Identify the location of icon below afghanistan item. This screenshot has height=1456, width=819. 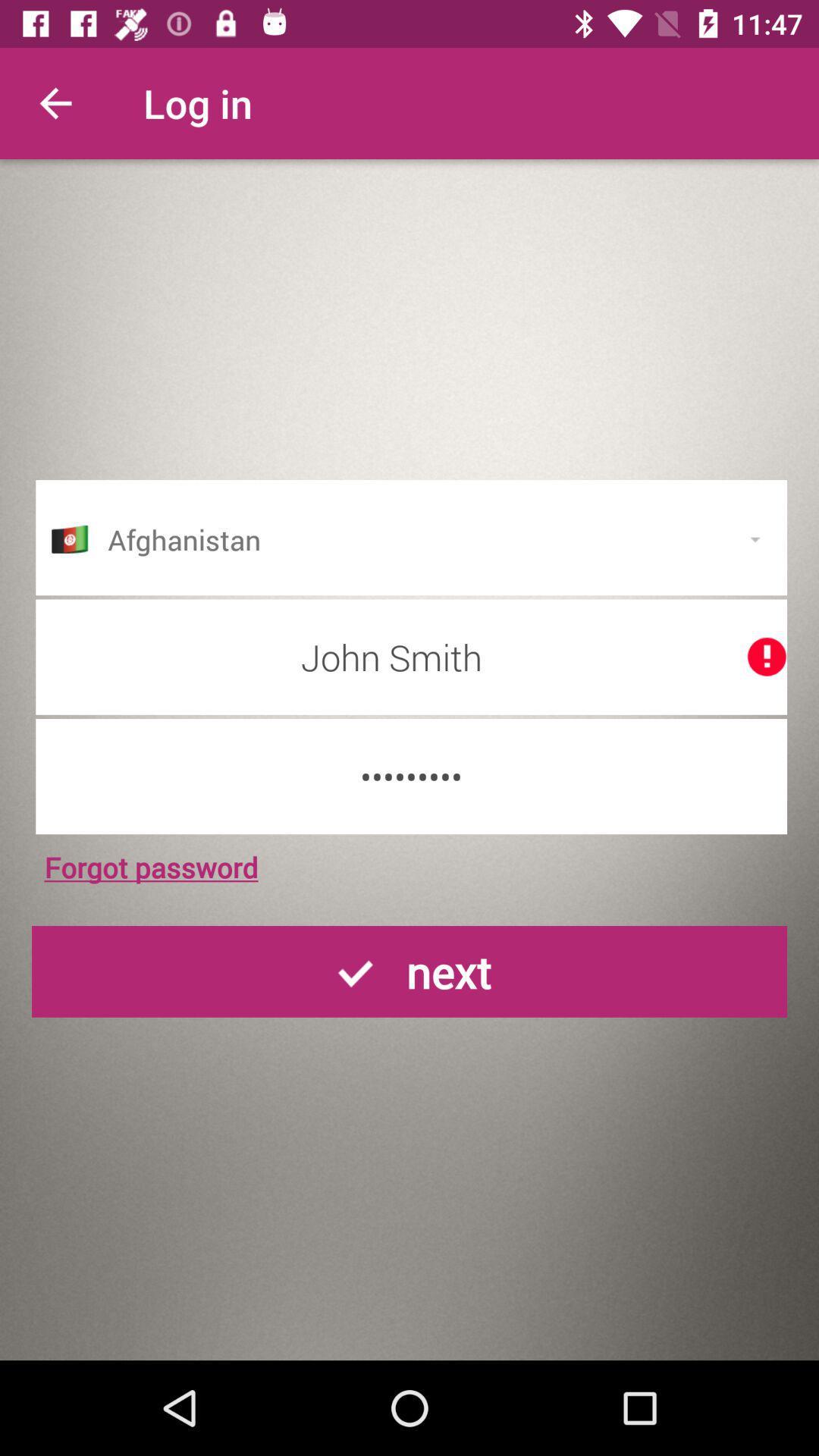
(411, 657).